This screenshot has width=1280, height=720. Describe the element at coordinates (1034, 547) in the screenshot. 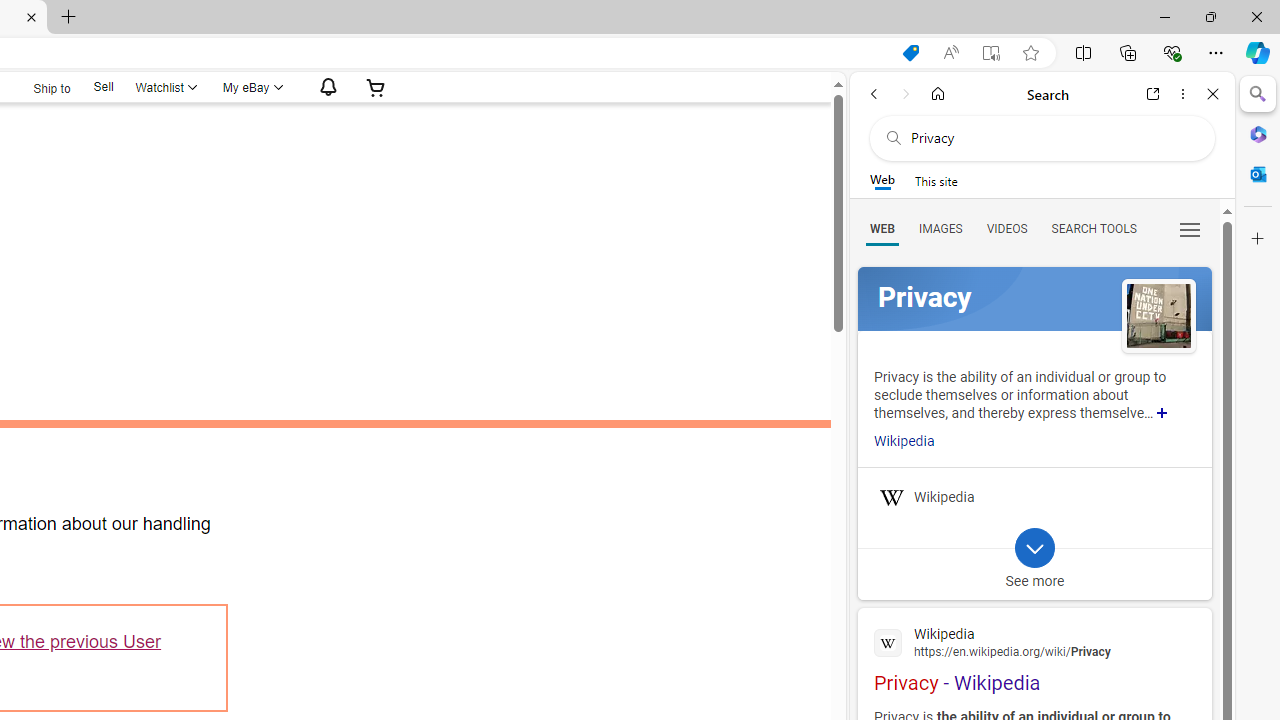

I see `'Class: b_exp_chevron_svg b_expmob_chev'` at that location.